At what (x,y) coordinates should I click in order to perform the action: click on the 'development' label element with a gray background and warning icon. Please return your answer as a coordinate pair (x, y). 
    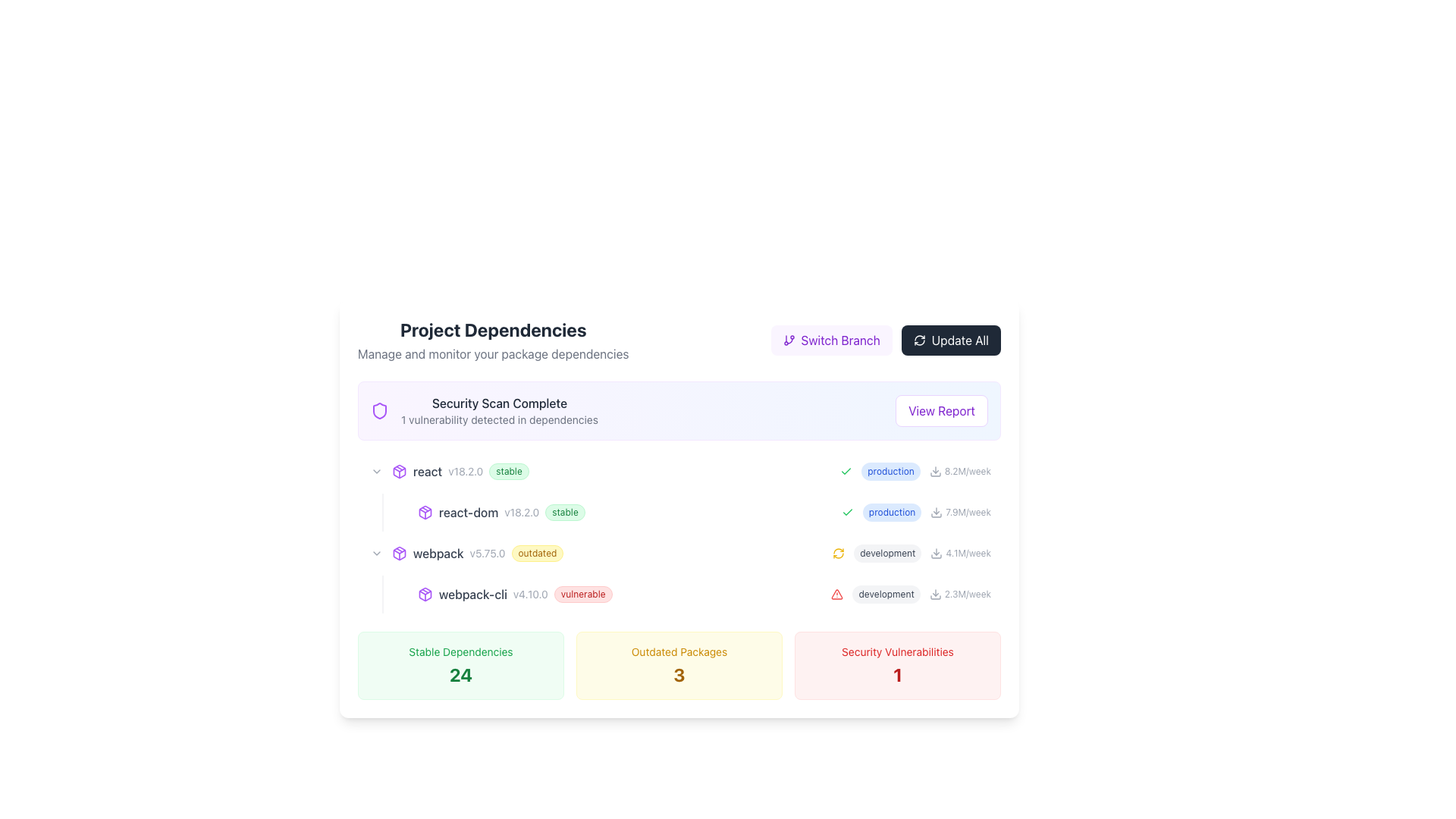
    Looking at the image, I should click on (910, 593).